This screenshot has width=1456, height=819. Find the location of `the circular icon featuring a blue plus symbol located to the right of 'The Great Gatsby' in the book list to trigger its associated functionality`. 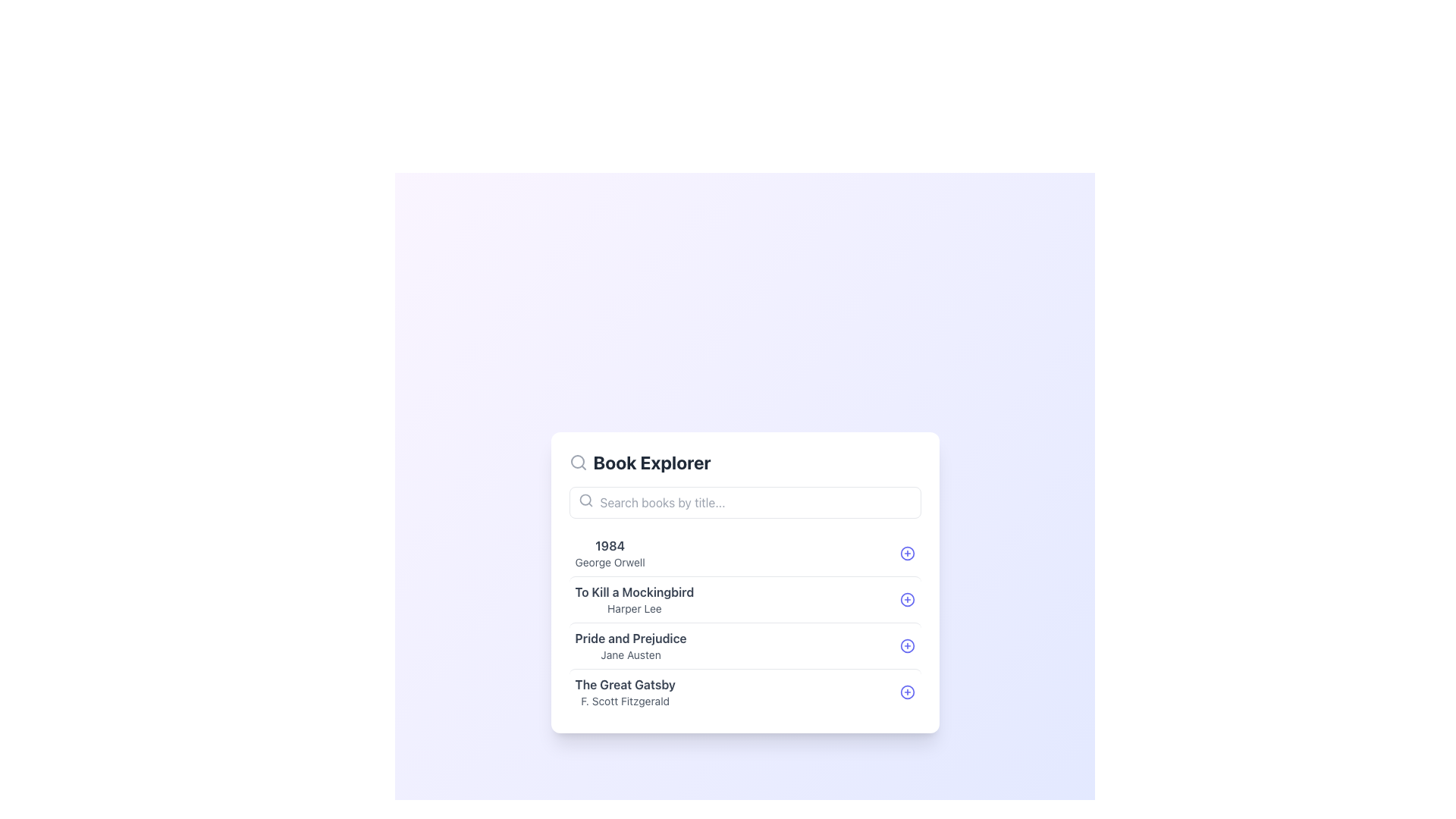

the circular icon featuring a blue plus symbol located to the right of 'The Great Gatsby' in the book list to trigger its associated functionality is located at coordinates (907, 692).